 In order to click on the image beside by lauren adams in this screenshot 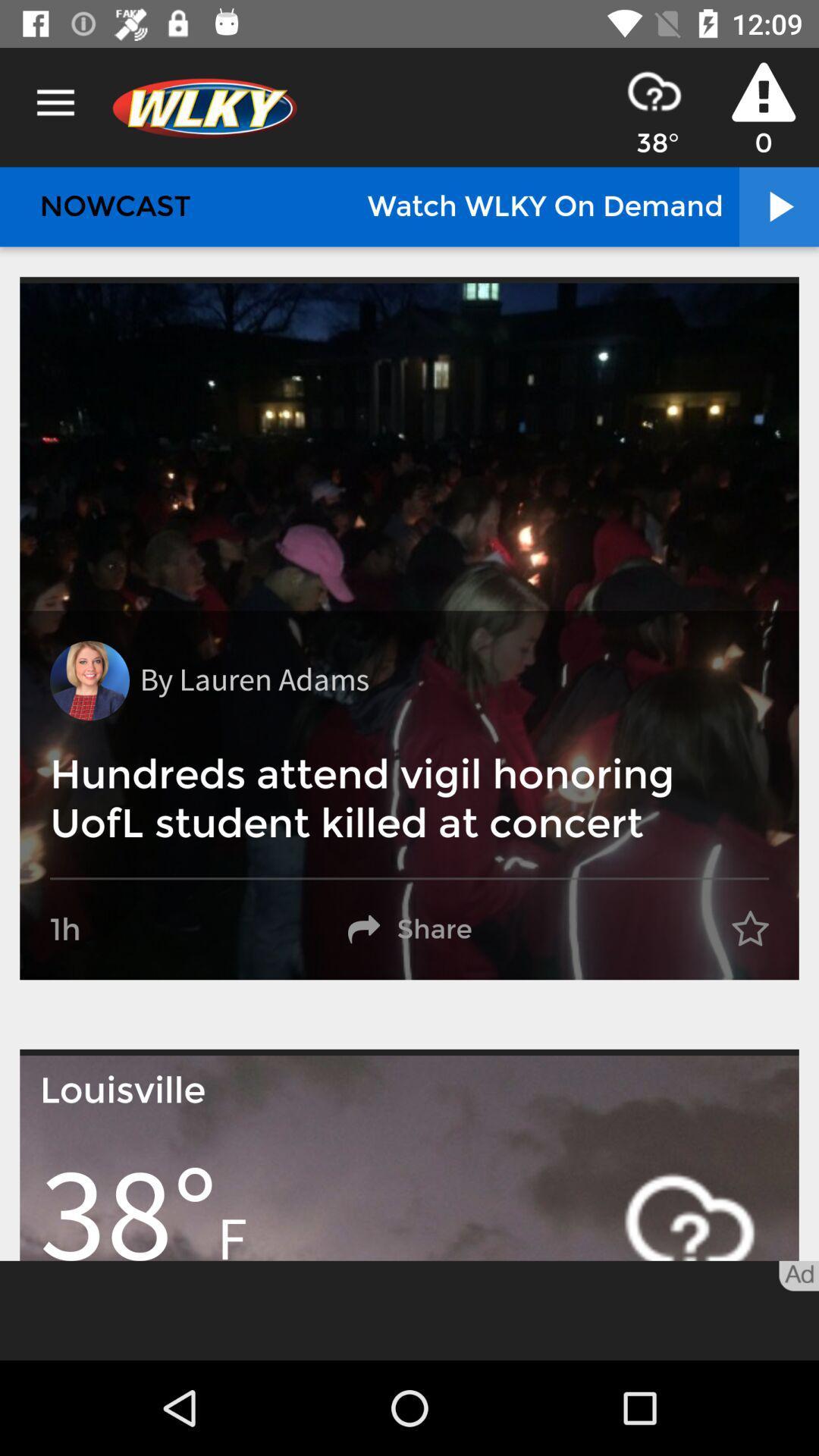, I will do `click(89, 679)`.